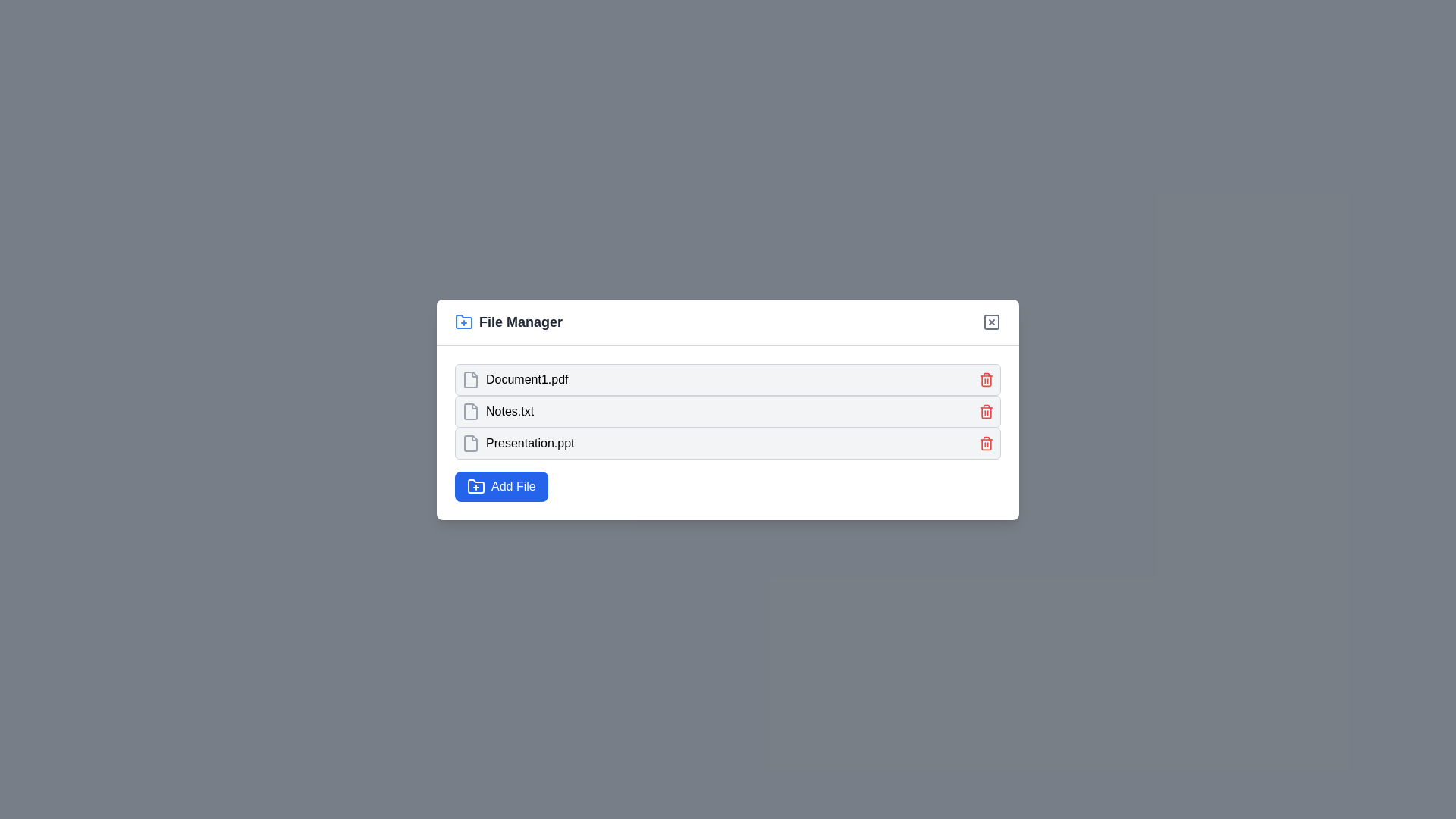 The height and width of the screenshot is (819, 1456). Describe the element at coordinates (469, 378) in the screenshot. I see `the file icon representing 'Document1.pdf' in the file manager widget, which has a gray outline and a minimalist design` at that location.